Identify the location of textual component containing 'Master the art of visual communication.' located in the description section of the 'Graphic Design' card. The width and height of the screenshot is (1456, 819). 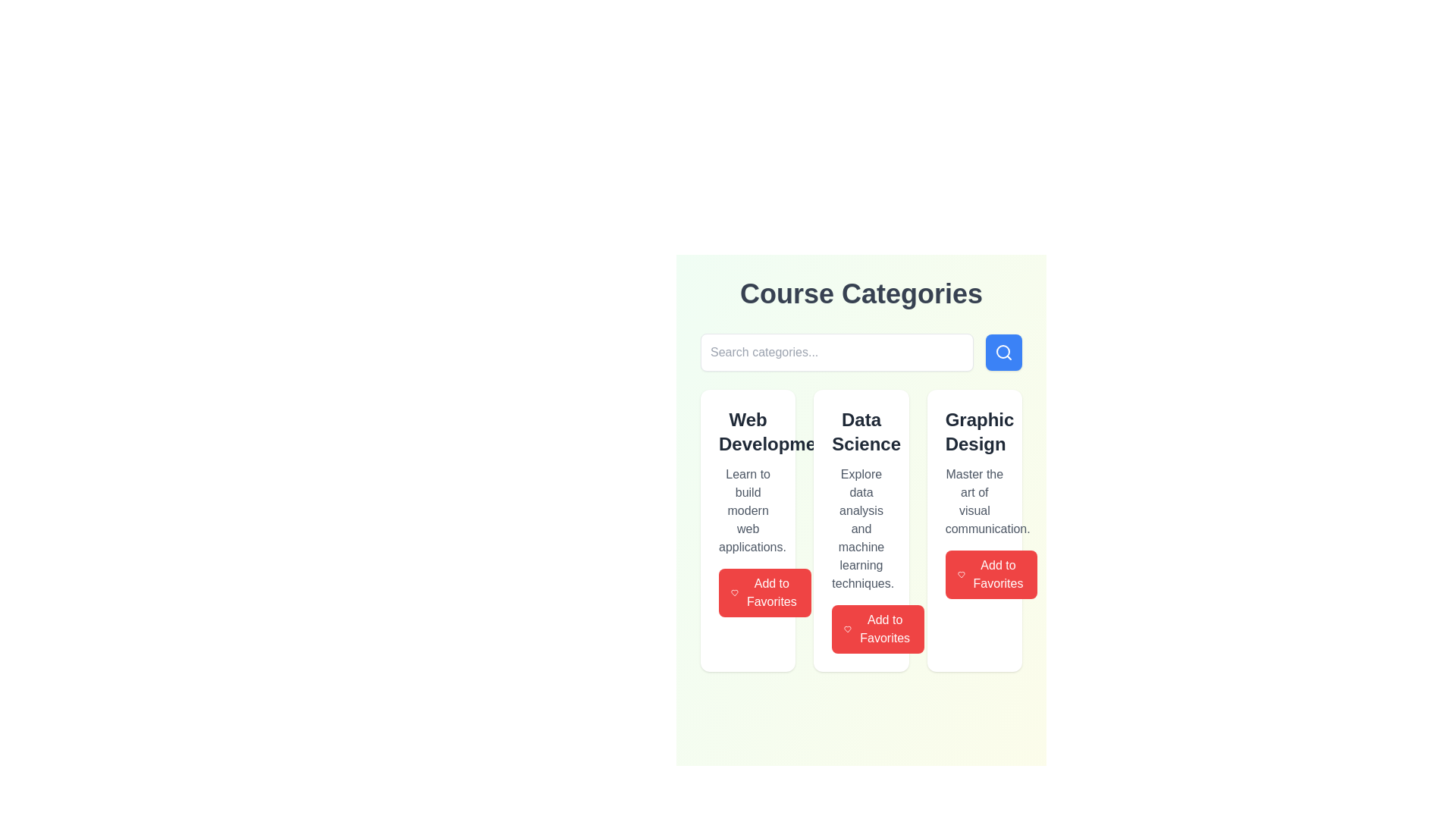
(974, 502).